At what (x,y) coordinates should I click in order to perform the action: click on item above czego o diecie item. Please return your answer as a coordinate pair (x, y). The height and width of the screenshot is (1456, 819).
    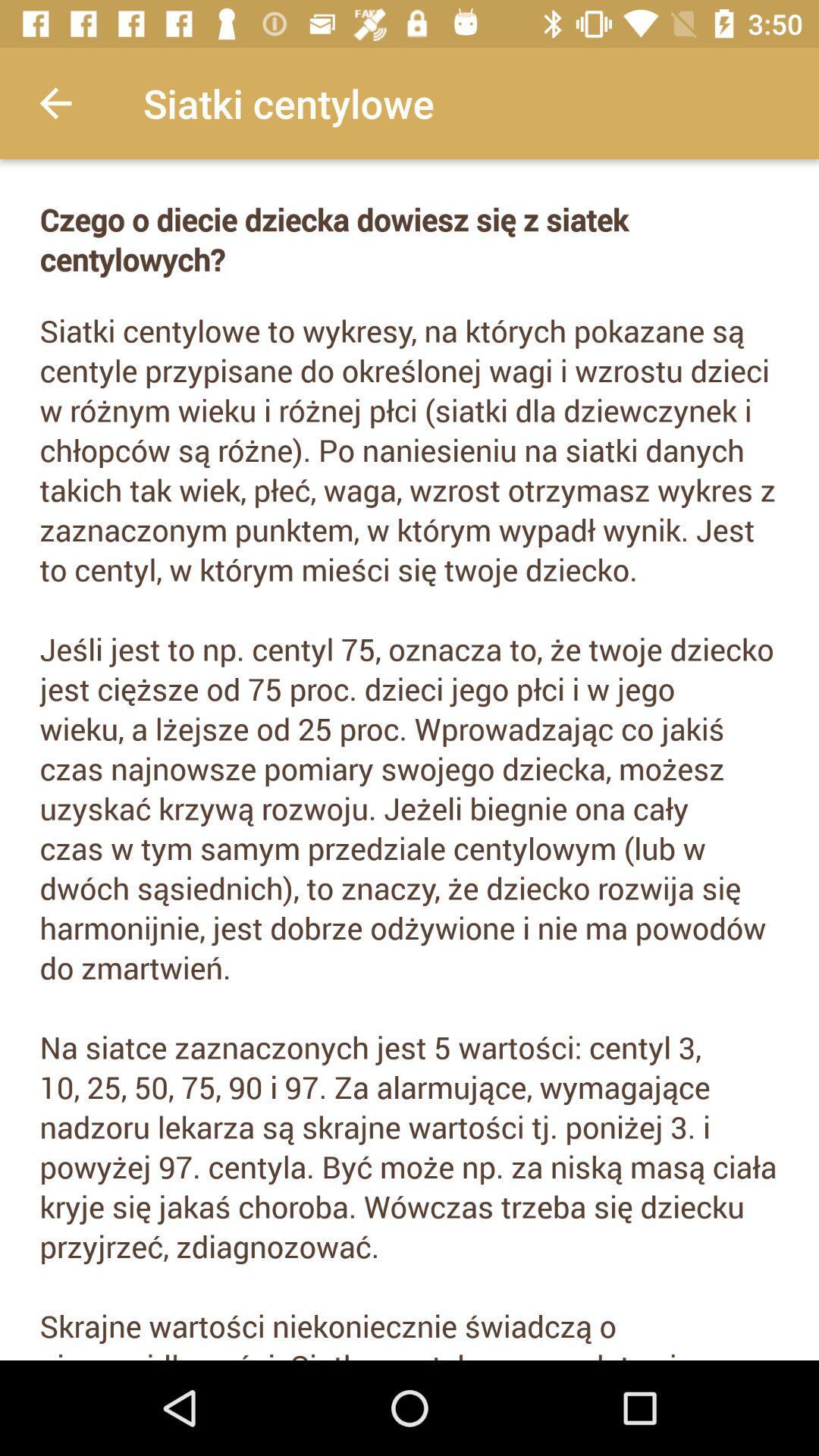
    Looking at the image, I should click on (55, 102).